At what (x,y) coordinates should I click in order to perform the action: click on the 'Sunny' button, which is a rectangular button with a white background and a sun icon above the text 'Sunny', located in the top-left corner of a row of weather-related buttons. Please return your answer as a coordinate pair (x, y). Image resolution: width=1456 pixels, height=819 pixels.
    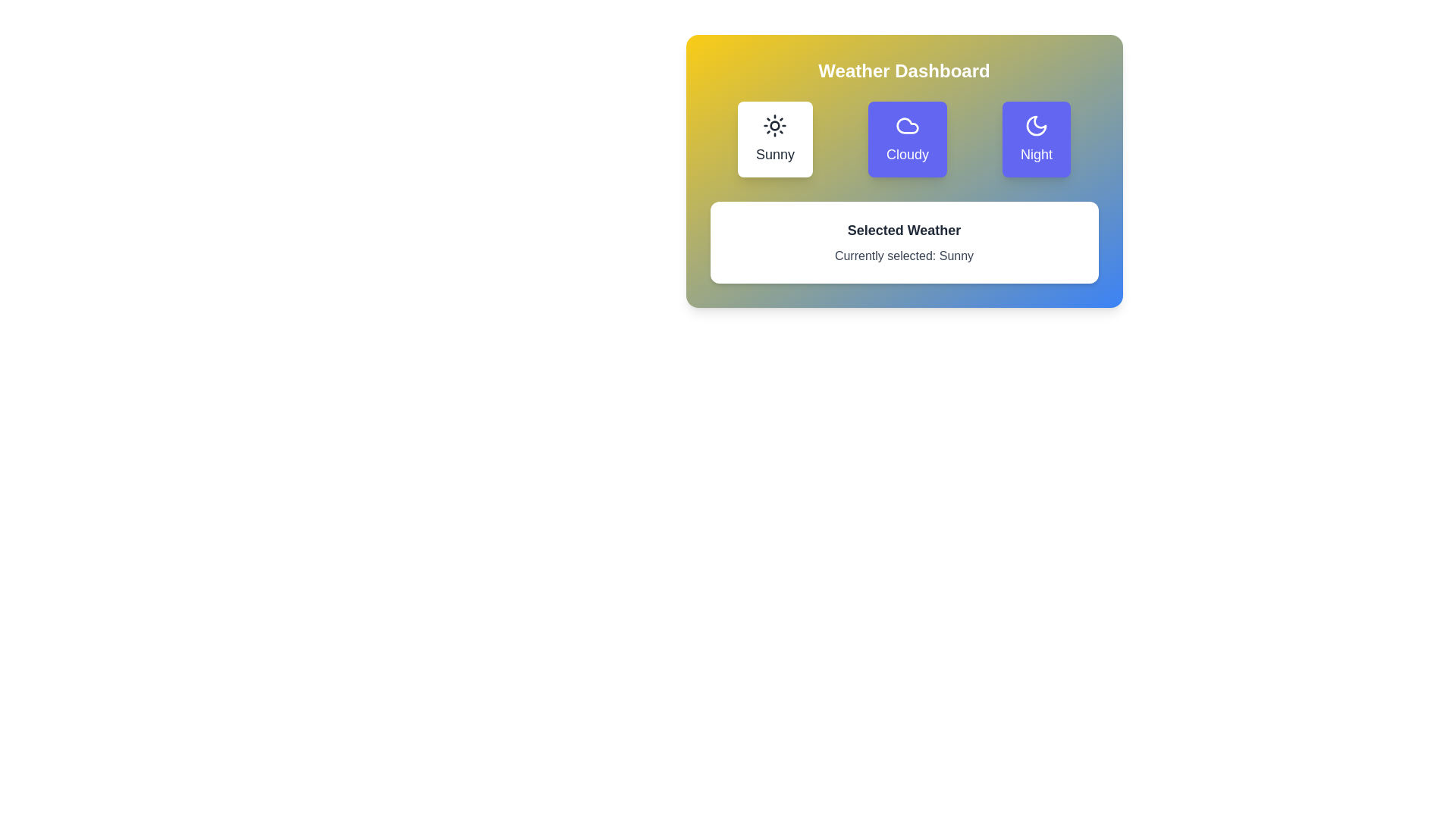
    Looking at the image, I should click on (775, 140).